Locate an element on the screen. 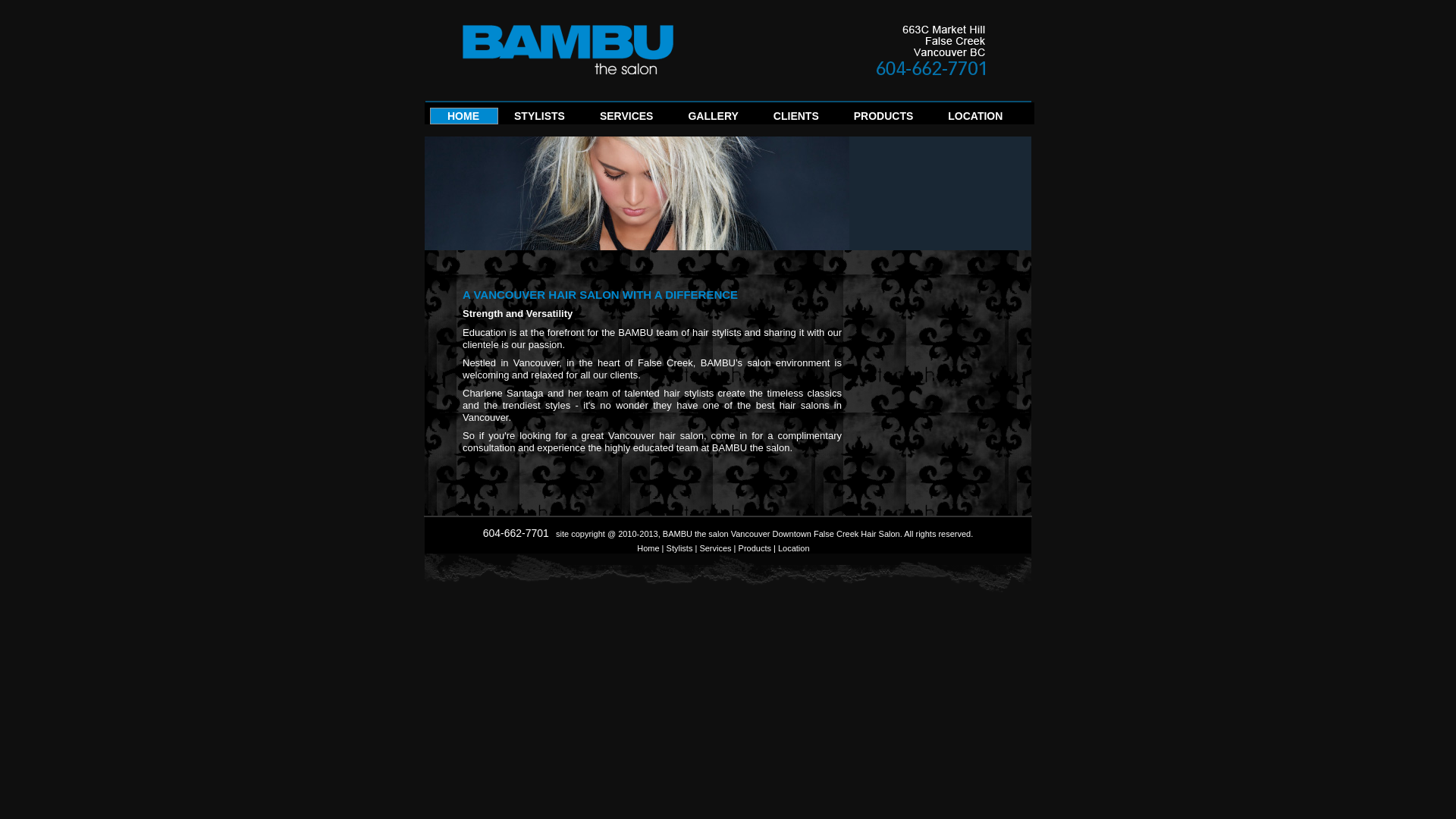  'LOCATION' is located at coordinates (946, 120).